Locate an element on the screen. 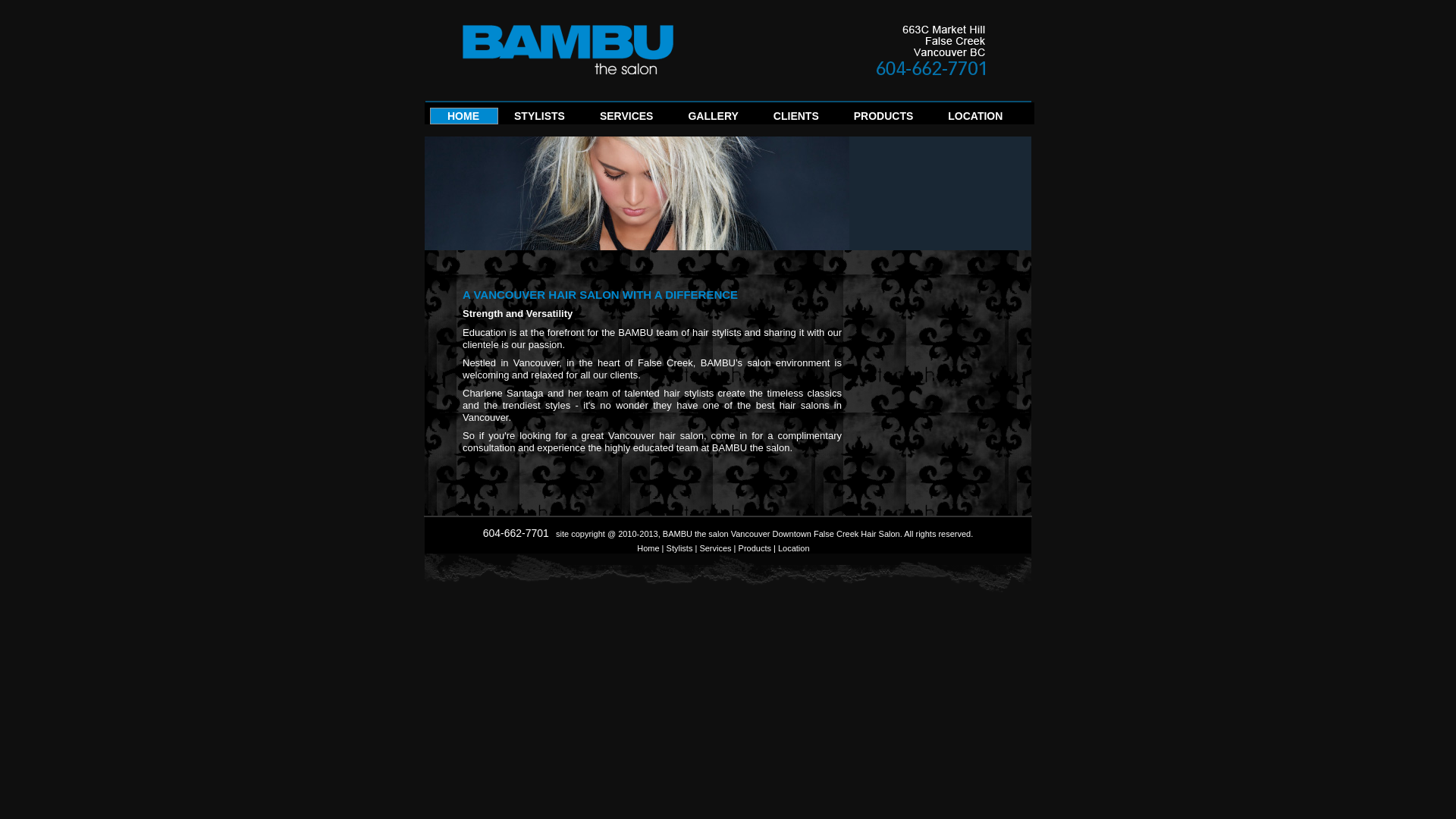  'LOCATION' is located at coordinates (946, 120).